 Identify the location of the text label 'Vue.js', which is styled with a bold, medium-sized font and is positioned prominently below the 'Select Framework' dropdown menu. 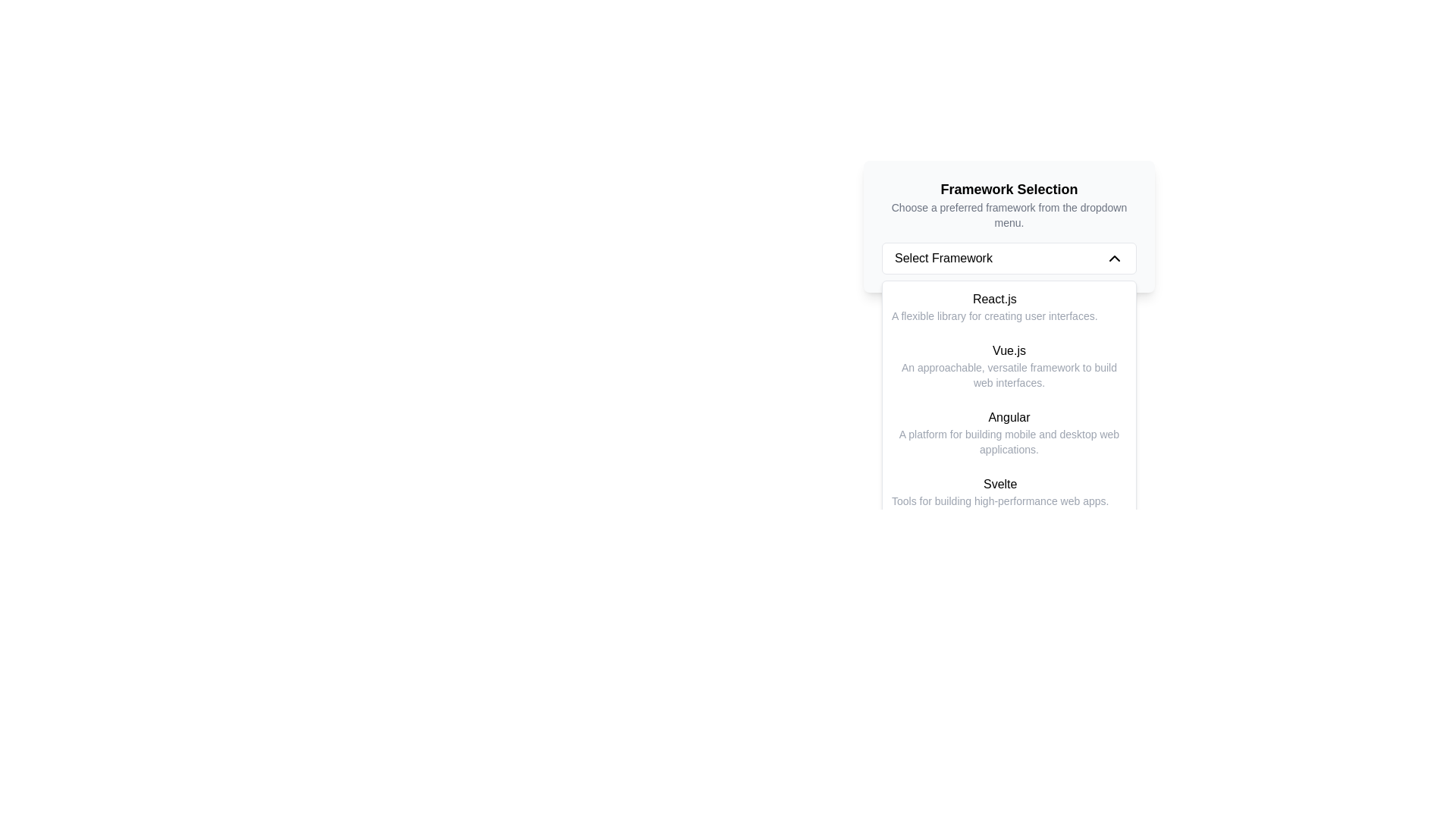
(1009, 350).